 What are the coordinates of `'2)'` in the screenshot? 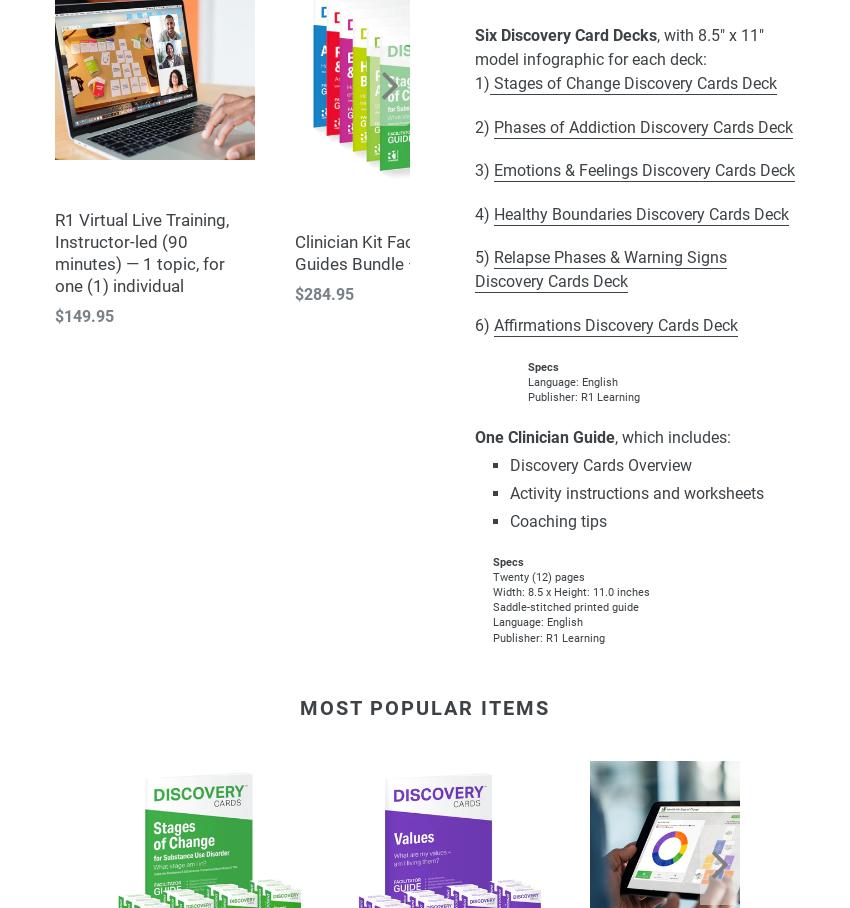 It's located at (484, 126).